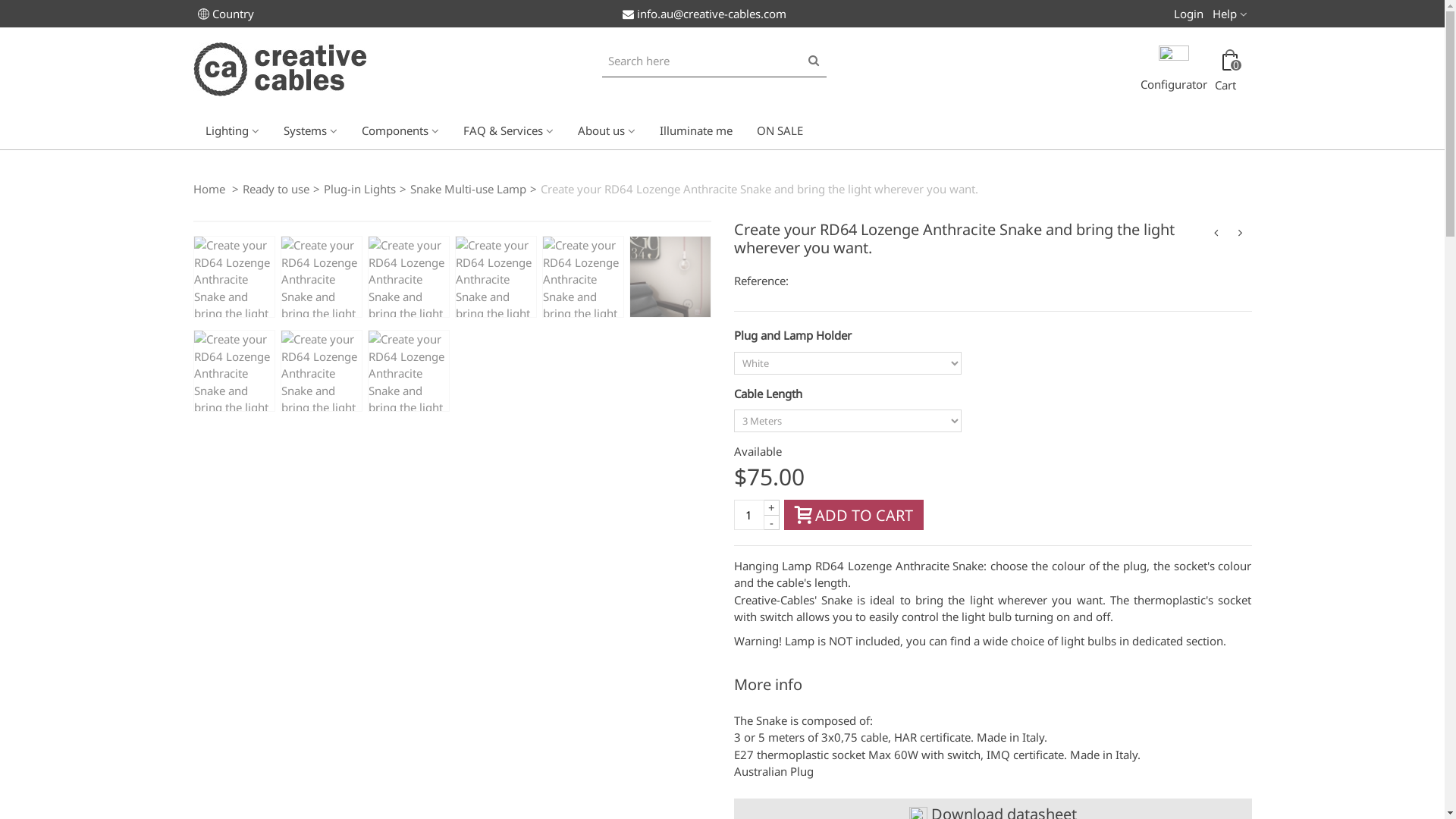 This screenshot has height=819, width=1456. What do you see at coordinates (276, 187) in the screenshot?
I see `'Ready to use'` at bounding box center [276, 187].